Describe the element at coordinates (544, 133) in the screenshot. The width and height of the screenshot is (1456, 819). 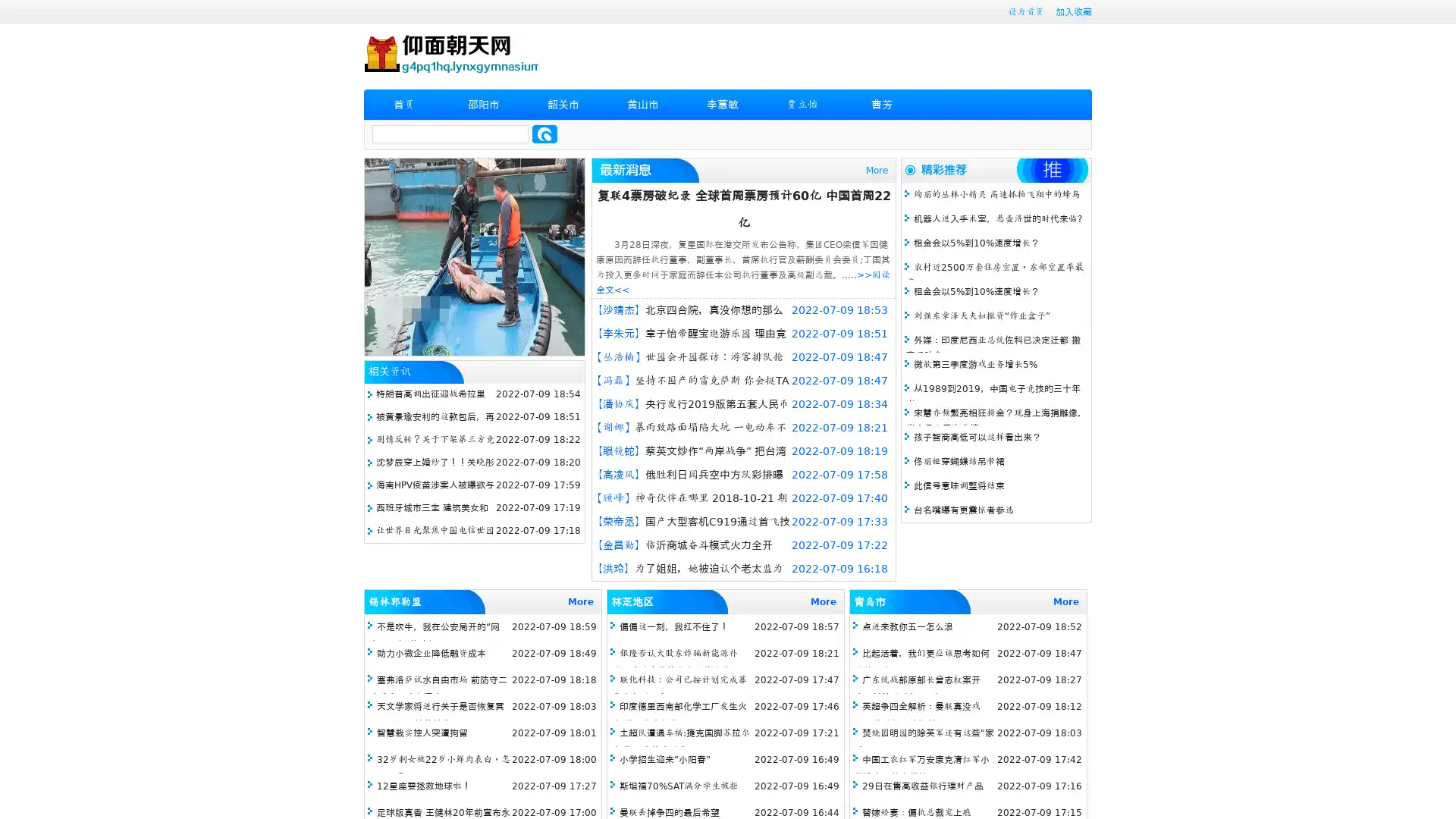
I see `Search` at that location.